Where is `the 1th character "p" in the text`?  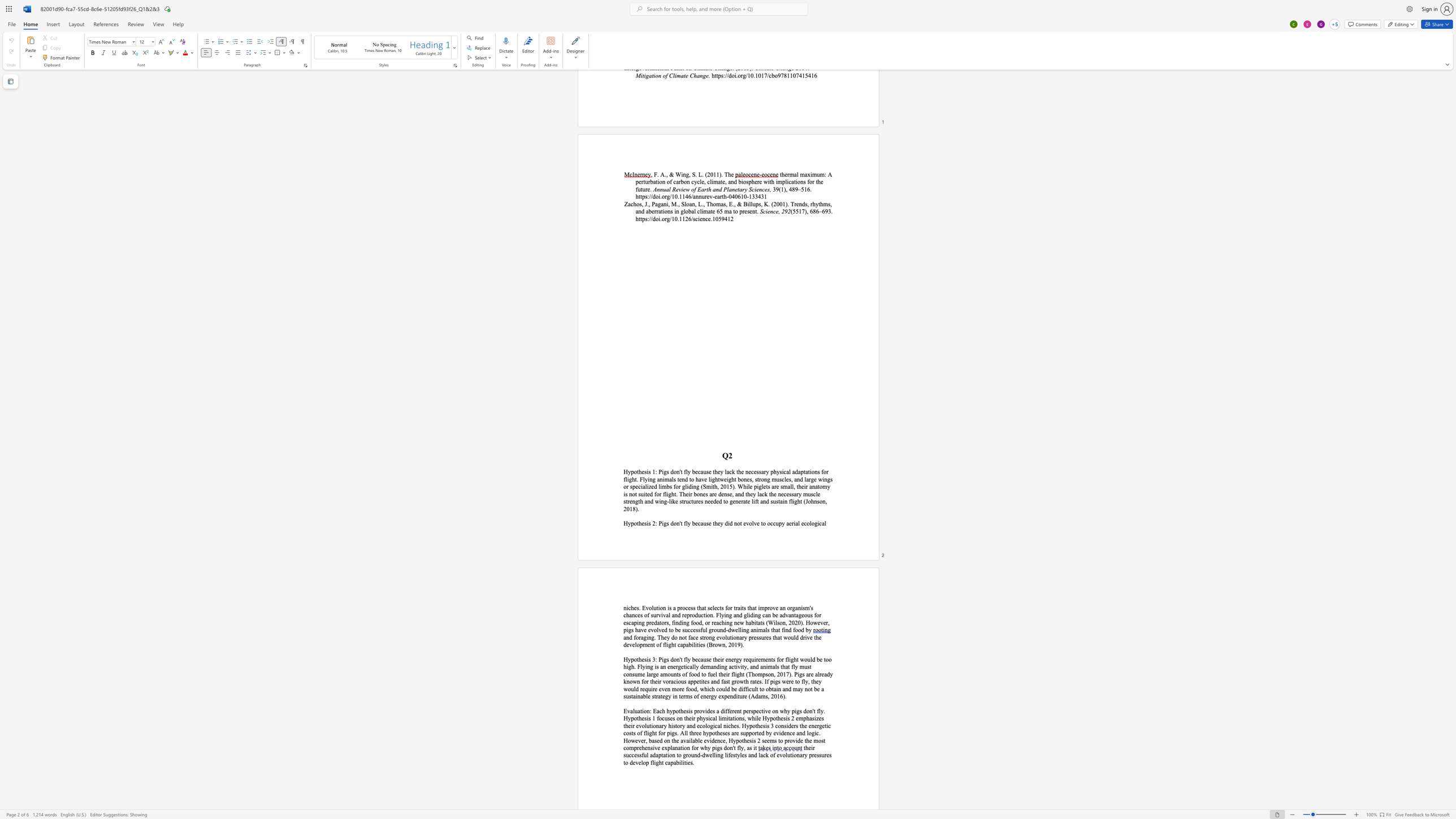 the 1th character "p" in the text is located at coordinates (772, 472).